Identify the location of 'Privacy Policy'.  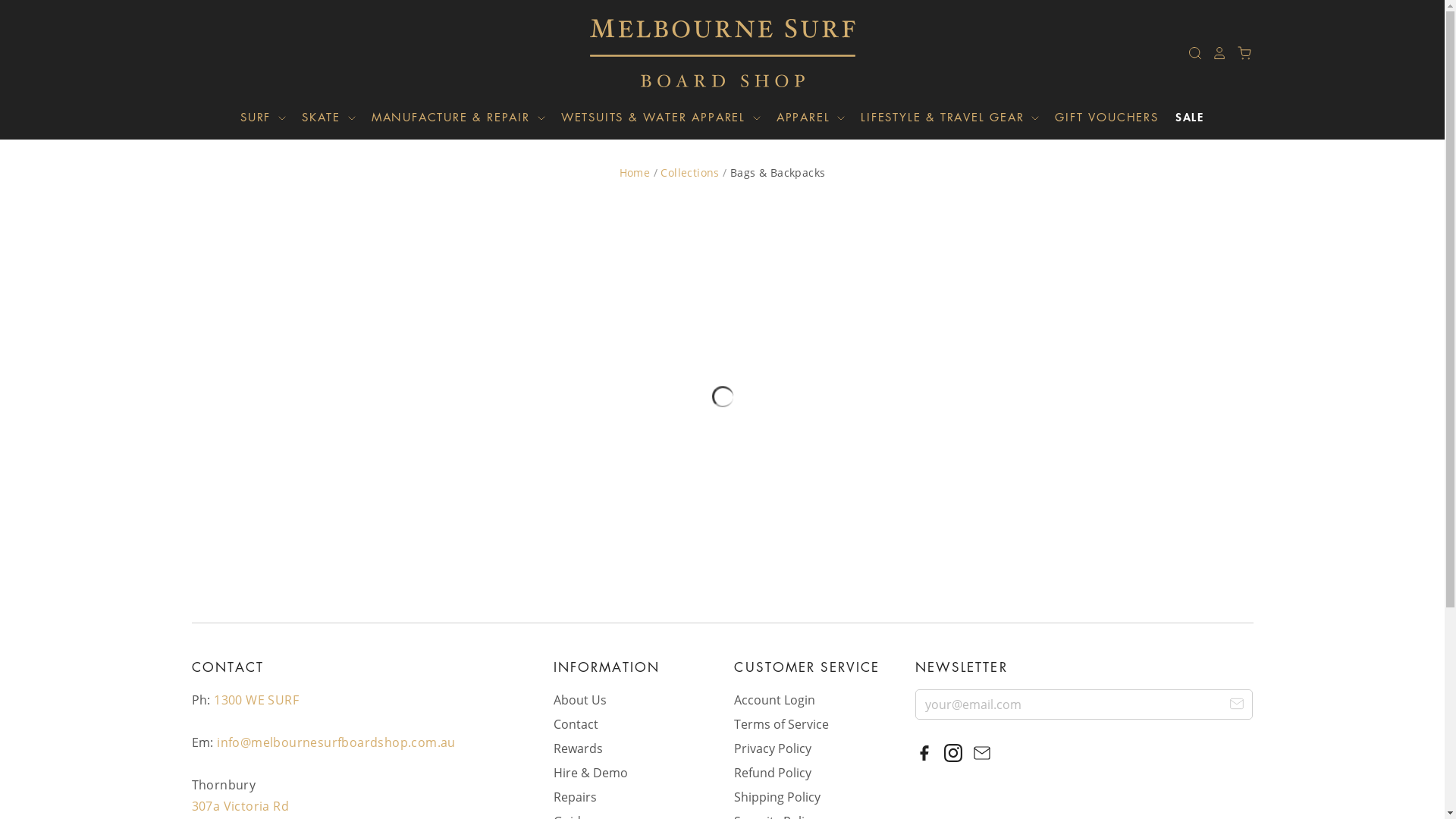
(772, 748).